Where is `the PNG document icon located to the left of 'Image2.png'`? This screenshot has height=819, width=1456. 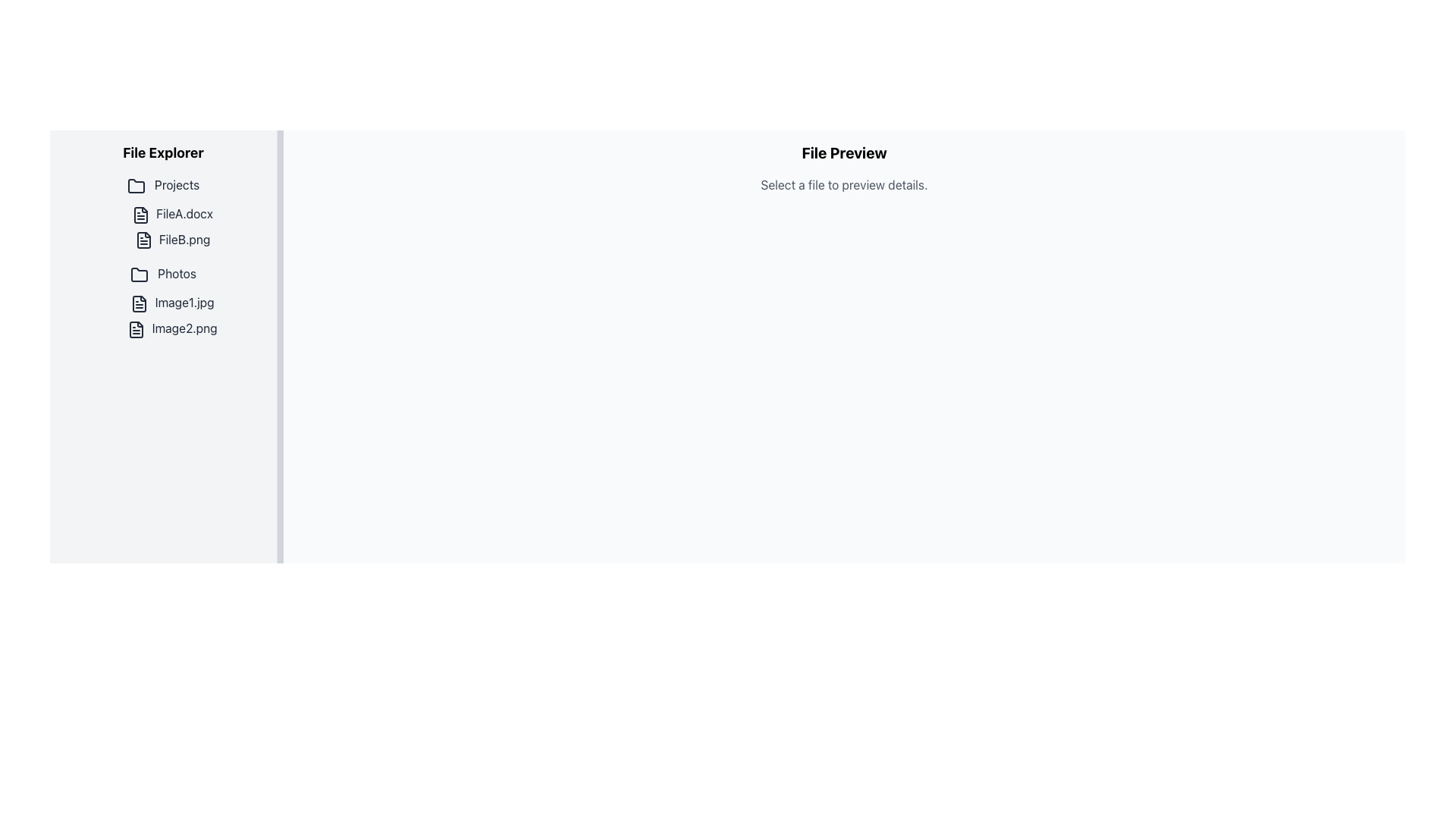
the PNG document icon located to the left of 'Image2.png' is located at coordinates (136, 328).